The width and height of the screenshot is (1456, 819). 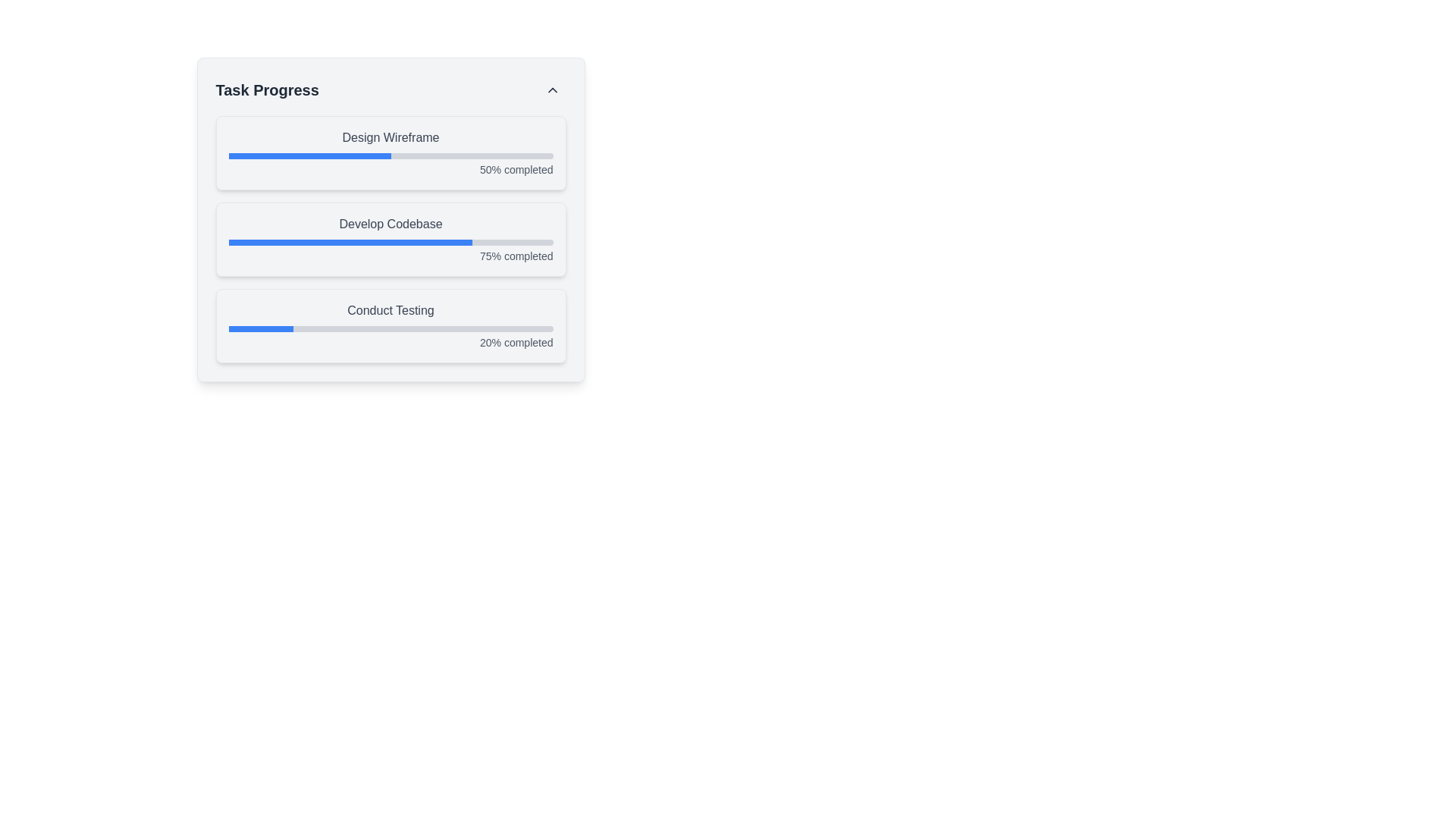 What do you see at coordinates (391, 239) in the screenshot?
I see `the middle progress bar indicating 75% completion of the 'Develop Codebase' task, which is located under the heading 'Task Progress'` at bounding box center [391, 239].